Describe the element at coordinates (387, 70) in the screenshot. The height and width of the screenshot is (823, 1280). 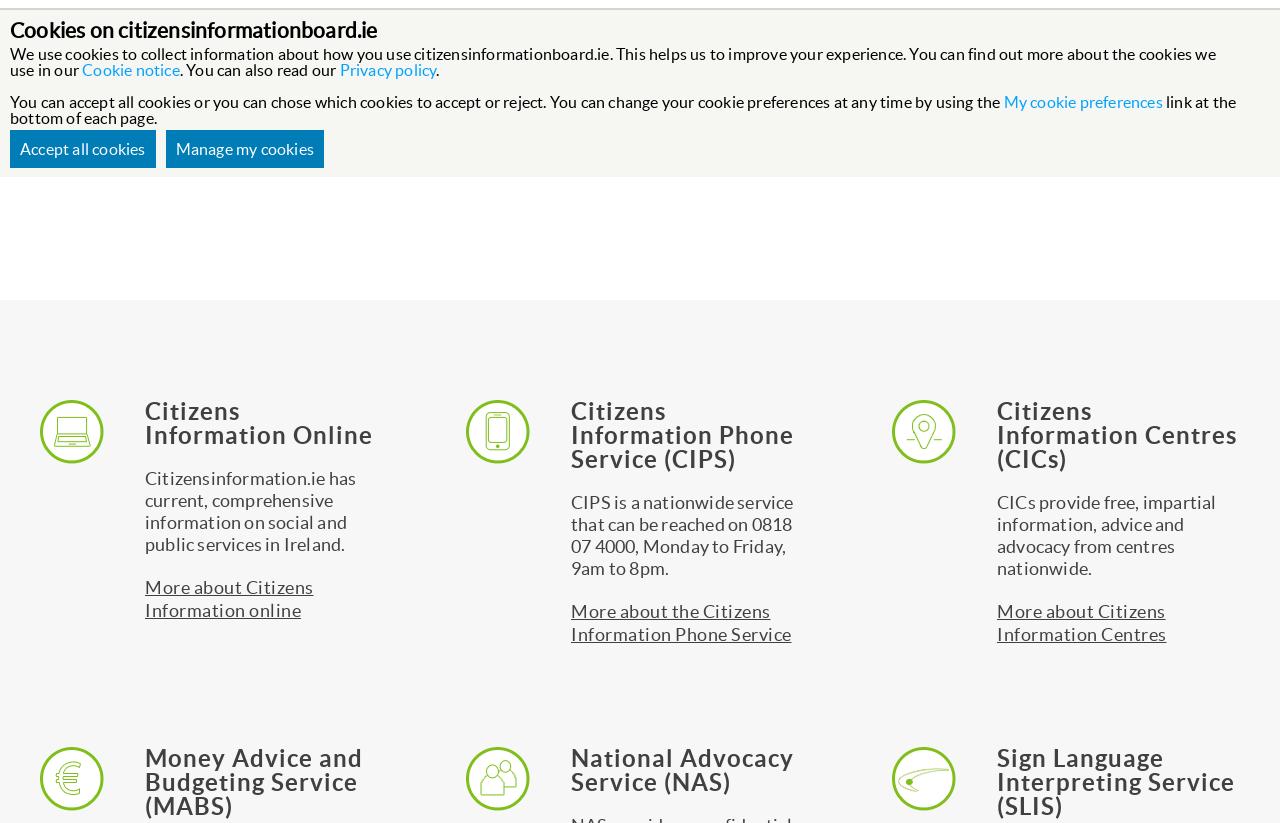
I see `'Privacy policy'` at that location.